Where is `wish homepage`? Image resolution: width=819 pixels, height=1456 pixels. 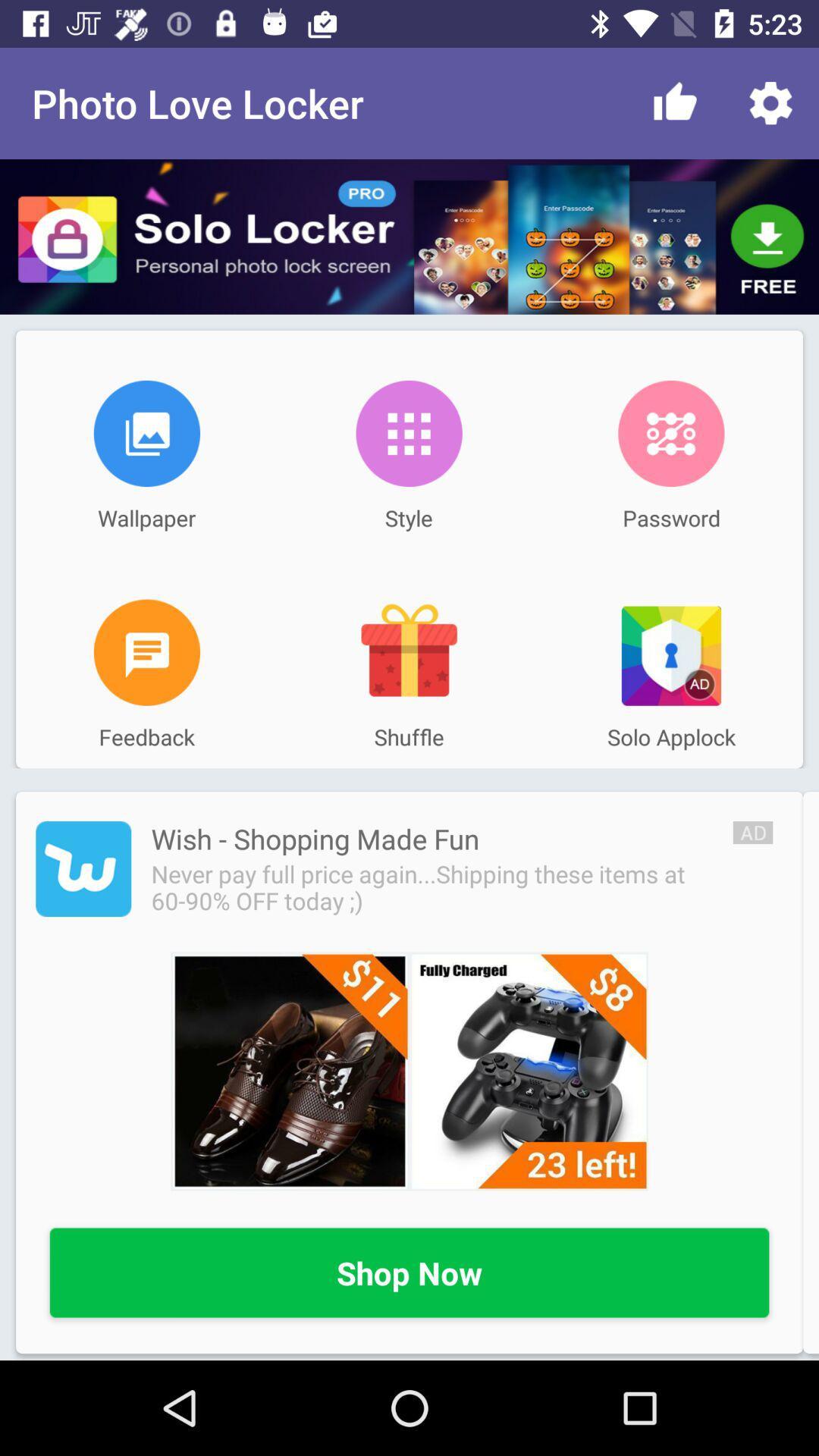 wish homepage is located at coordinates (83, 869).